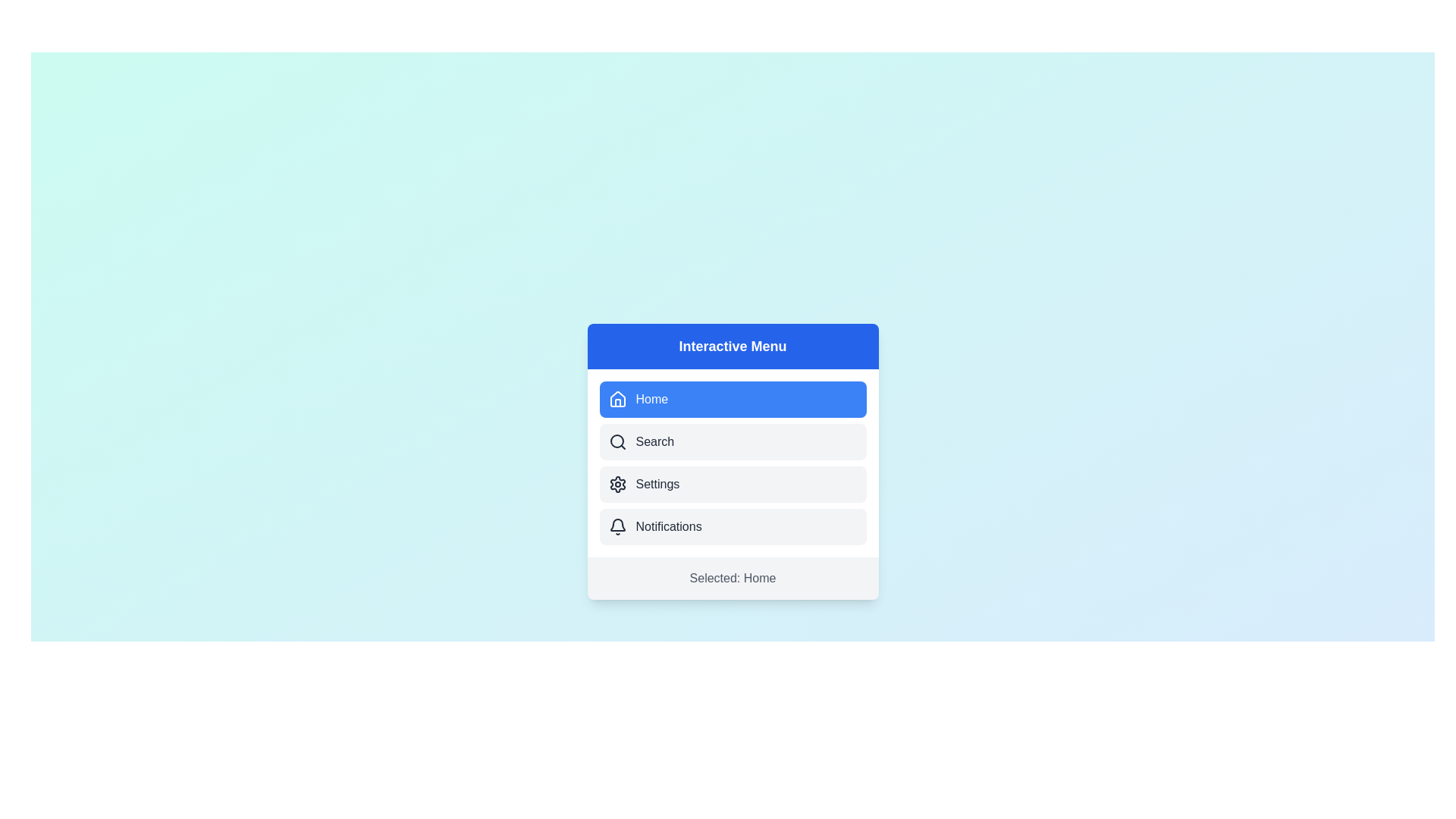 The image size is (1456, 819). I want to click on the menu item Notifications from the menu, so click(733, 526).